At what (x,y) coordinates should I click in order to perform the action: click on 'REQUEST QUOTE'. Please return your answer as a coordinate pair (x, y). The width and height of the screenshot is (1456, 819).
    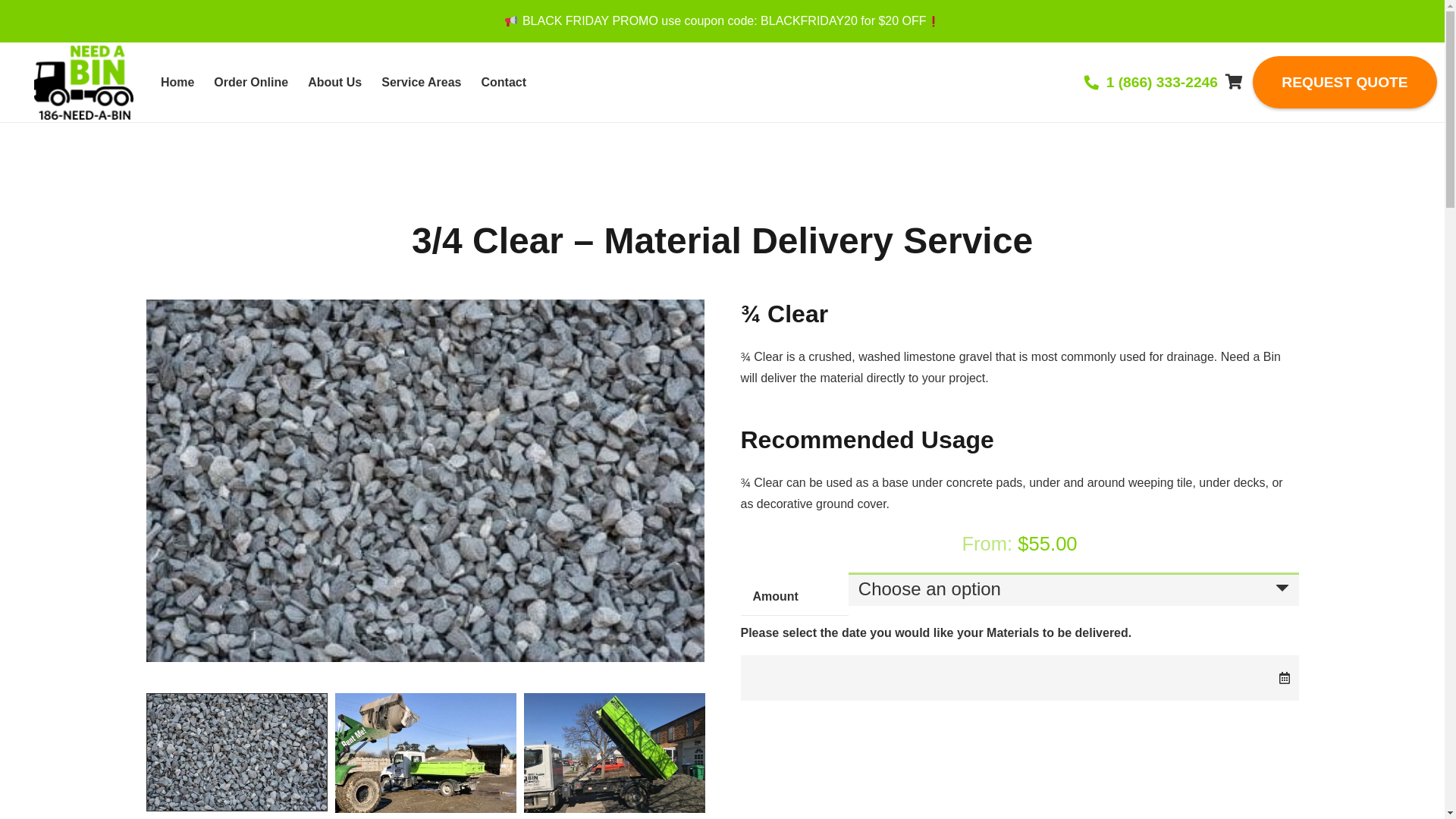
    Looking at the image, I should click on (1345, 82).